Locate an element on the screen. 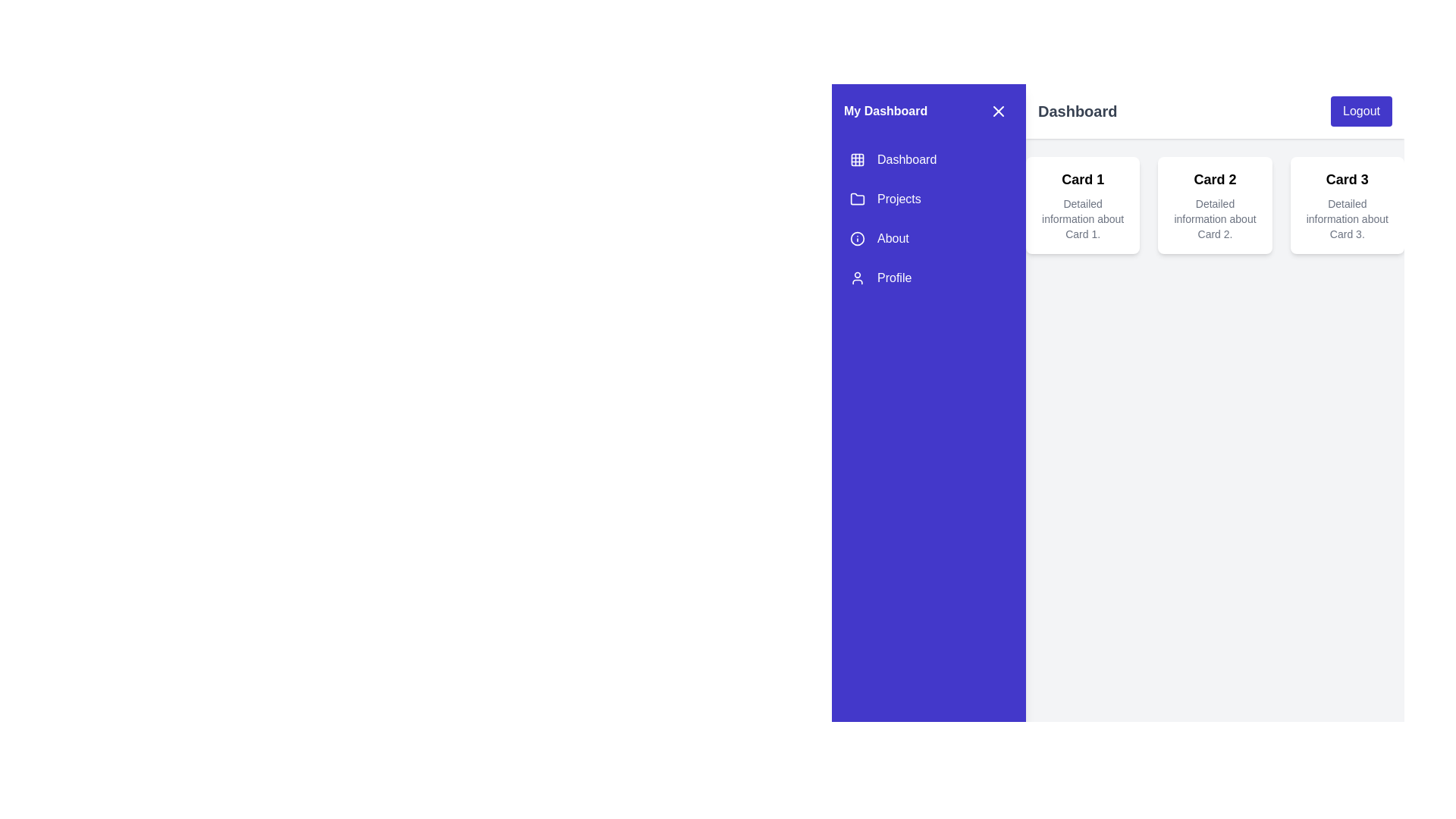 This screenshot has height=819, width=1456. the dashboard icon in the top-left of the side navigation panel is located at coordinates (858, 160).